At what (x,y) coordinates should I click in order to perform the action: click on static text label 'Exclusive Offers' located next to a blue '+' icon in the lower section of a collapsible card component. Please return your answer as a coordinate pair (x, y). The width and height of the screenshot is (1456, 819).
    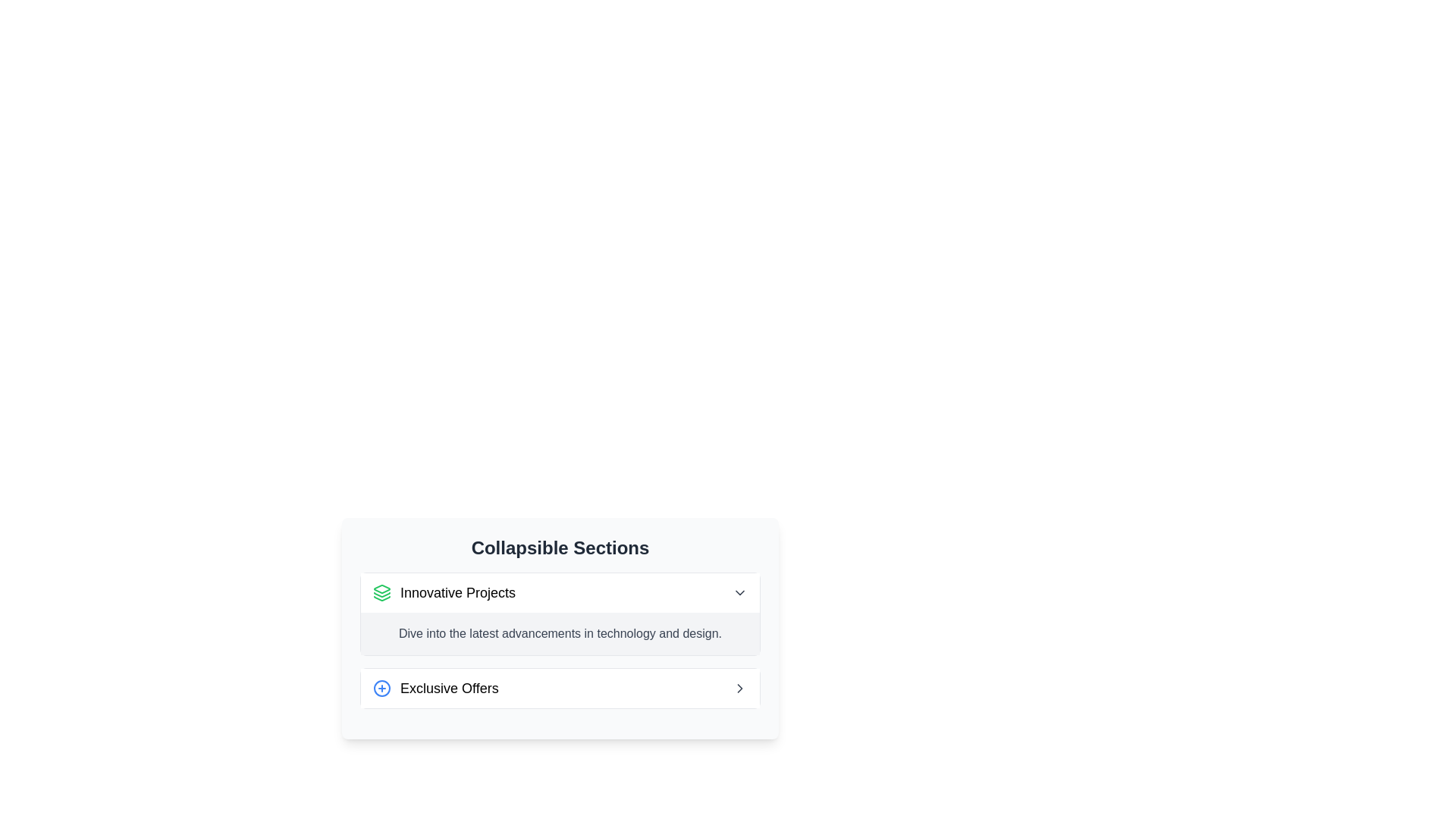
    Looking at the image, I should click on (448, 688).